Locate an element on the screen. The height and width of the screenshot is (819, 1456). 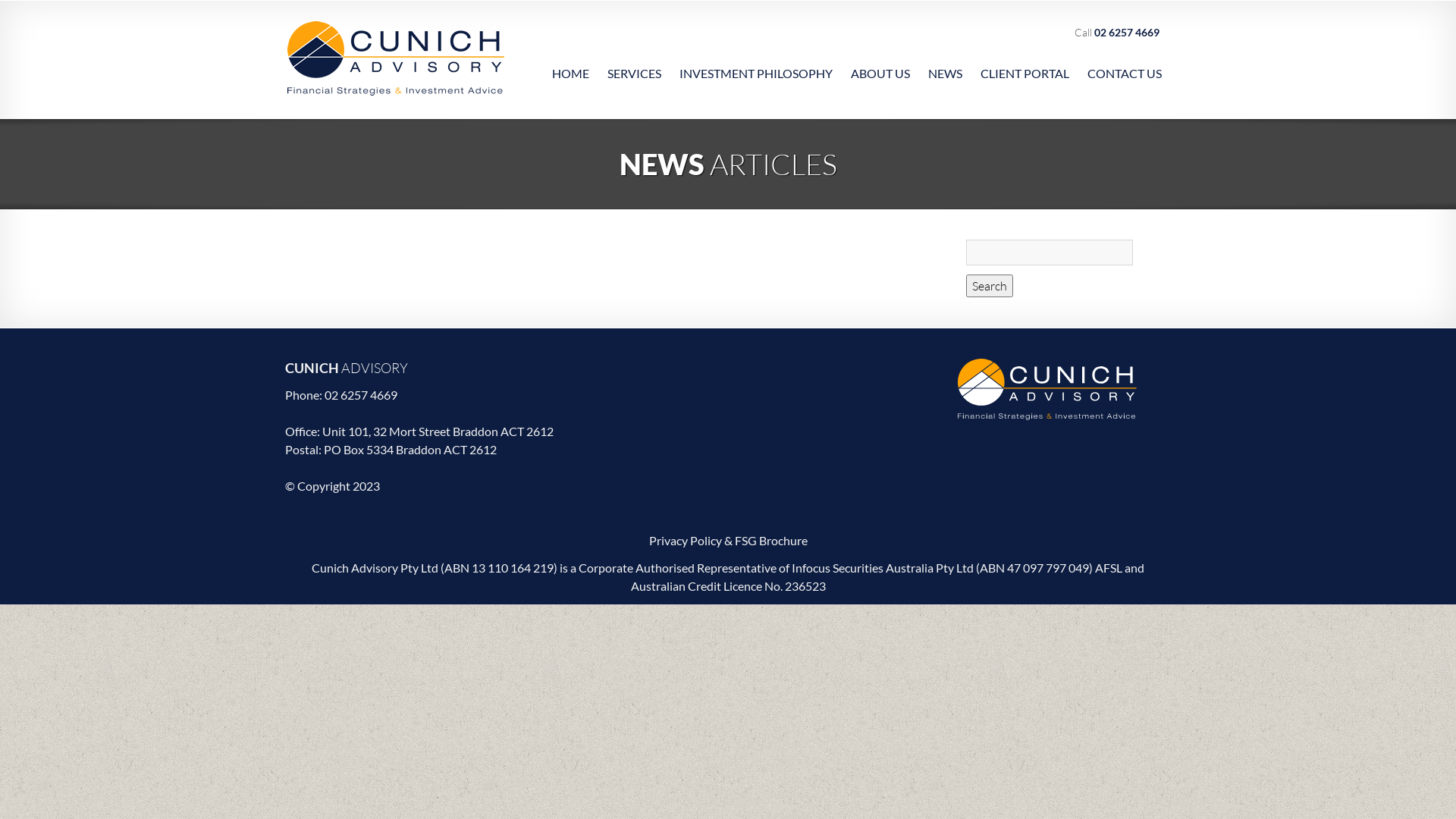
'HOME' is located at coordinates (570, 62).